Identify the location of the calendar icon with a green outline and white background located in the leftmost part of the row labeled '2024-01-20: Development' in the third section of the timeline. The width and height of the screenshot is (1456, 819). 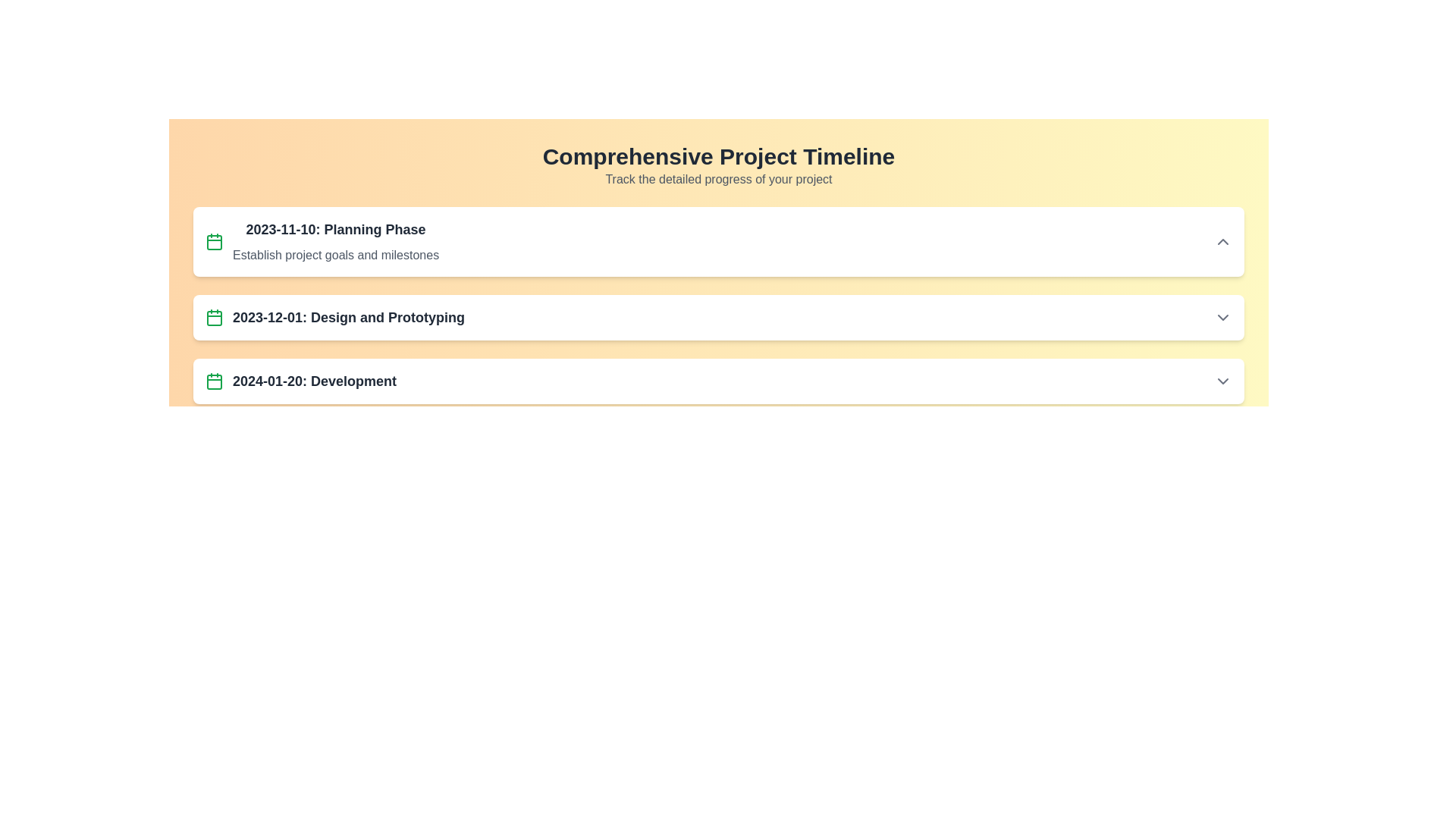
(214, 380).